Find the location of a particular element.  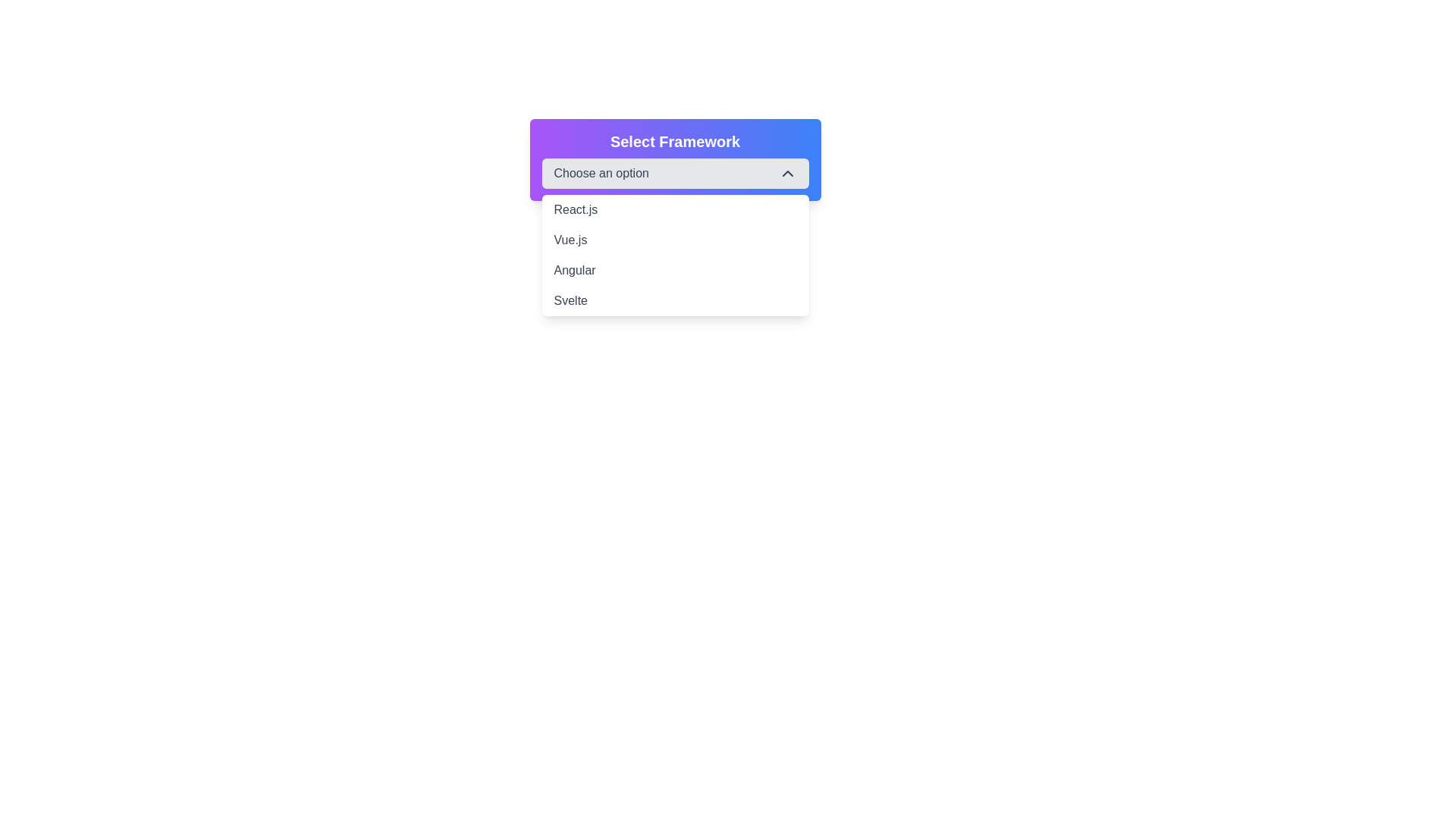

the dropdown menu labeled 'Choose an option' with a light gray background, located below the 'Select Framework' title is located at coordinates (674, 172).